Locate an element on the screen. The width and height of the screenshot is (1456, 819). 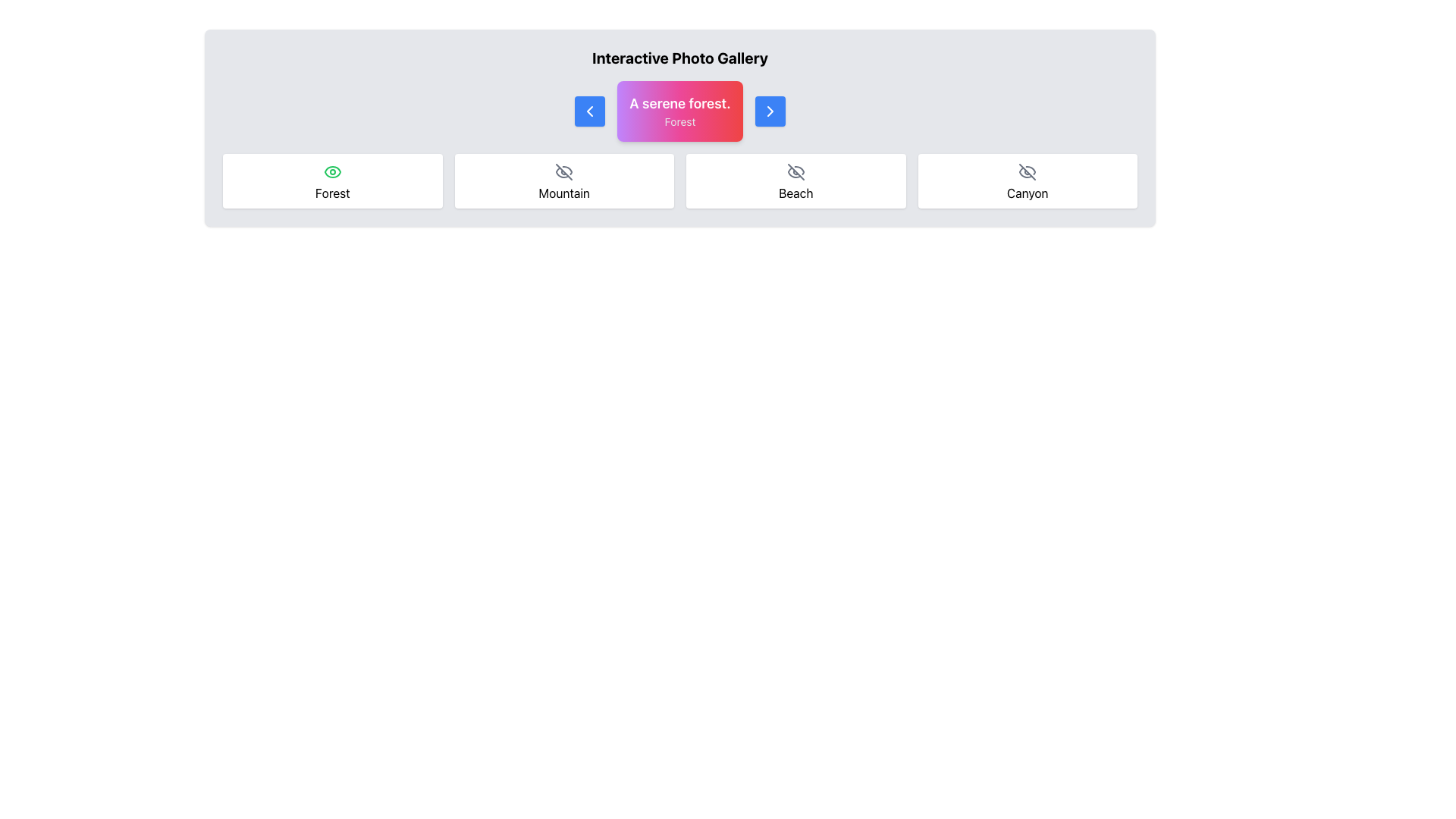
the Display card in the Interactive Photo Gallery section, which features a gradient background and contains the text 'A serene forest.' and 'Forest' is located at coordinates (679, 110).